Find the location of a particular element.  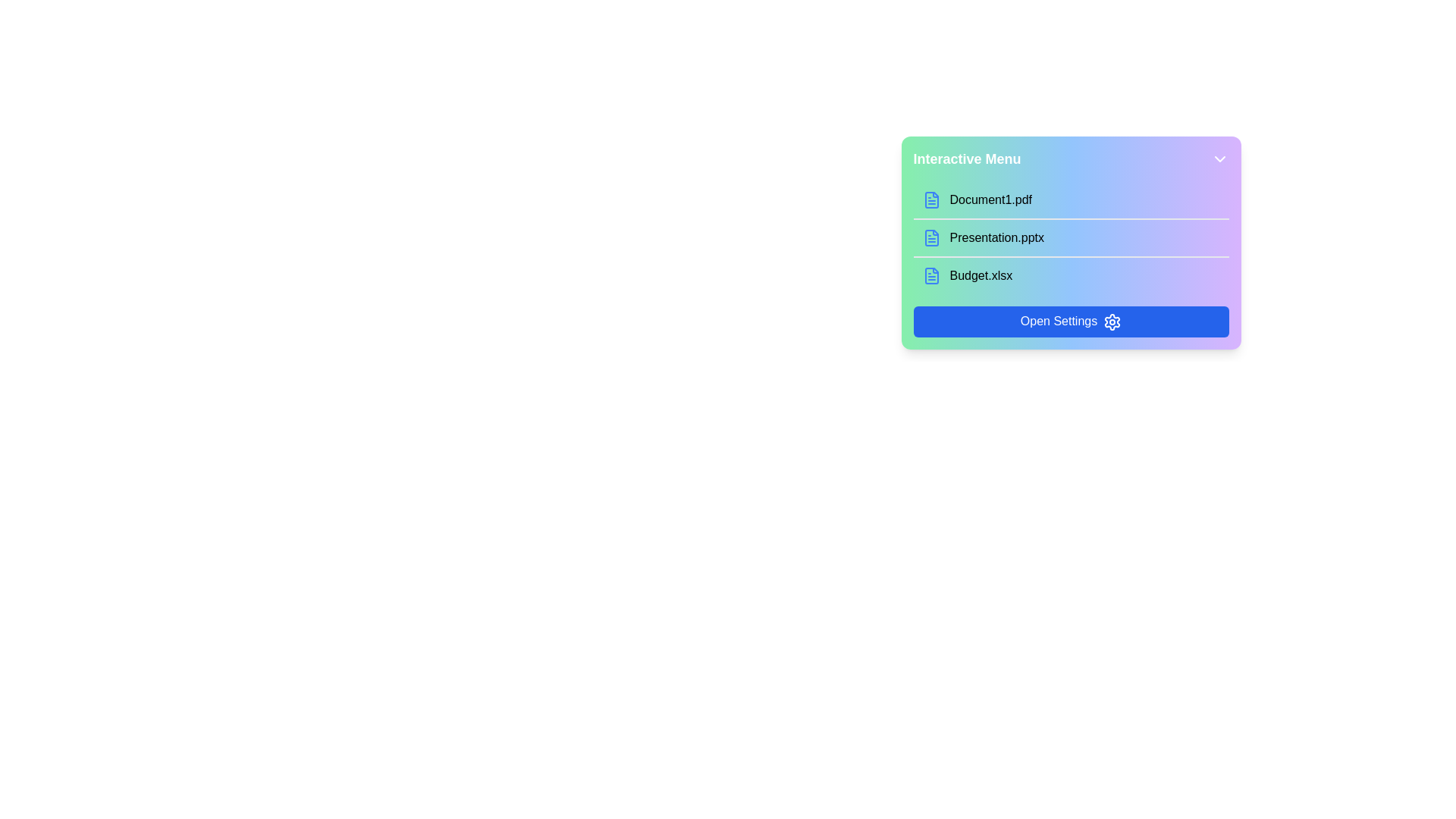

the document icon with a blue outline, which is the first icon in the menu positioned to the left of the text 'Document1.pdf' is located at coordinates (930, 199).